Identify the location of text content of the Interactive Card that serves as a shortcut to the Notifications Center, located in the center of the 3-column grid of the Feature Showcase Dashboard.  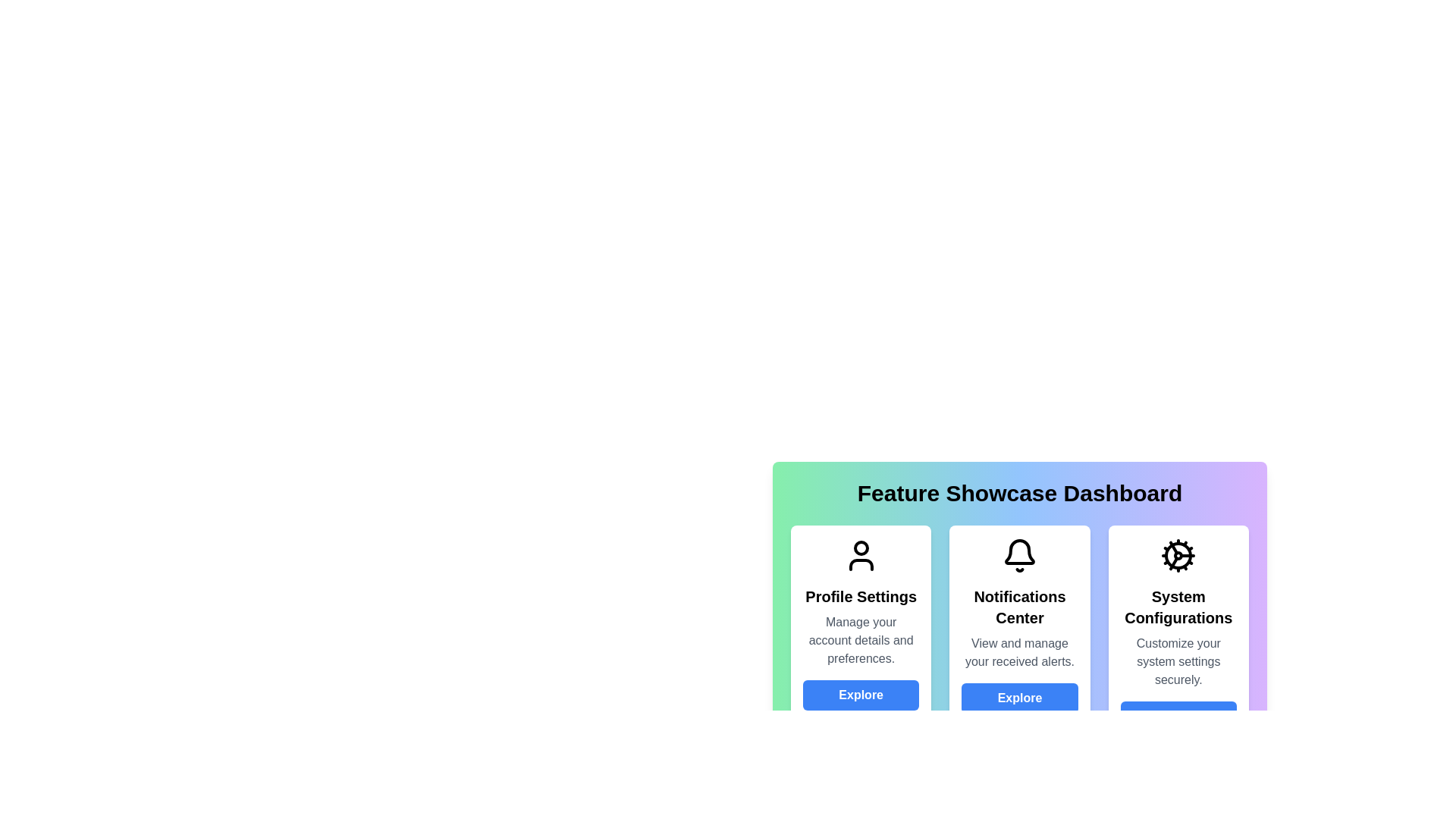
(1019, 635).